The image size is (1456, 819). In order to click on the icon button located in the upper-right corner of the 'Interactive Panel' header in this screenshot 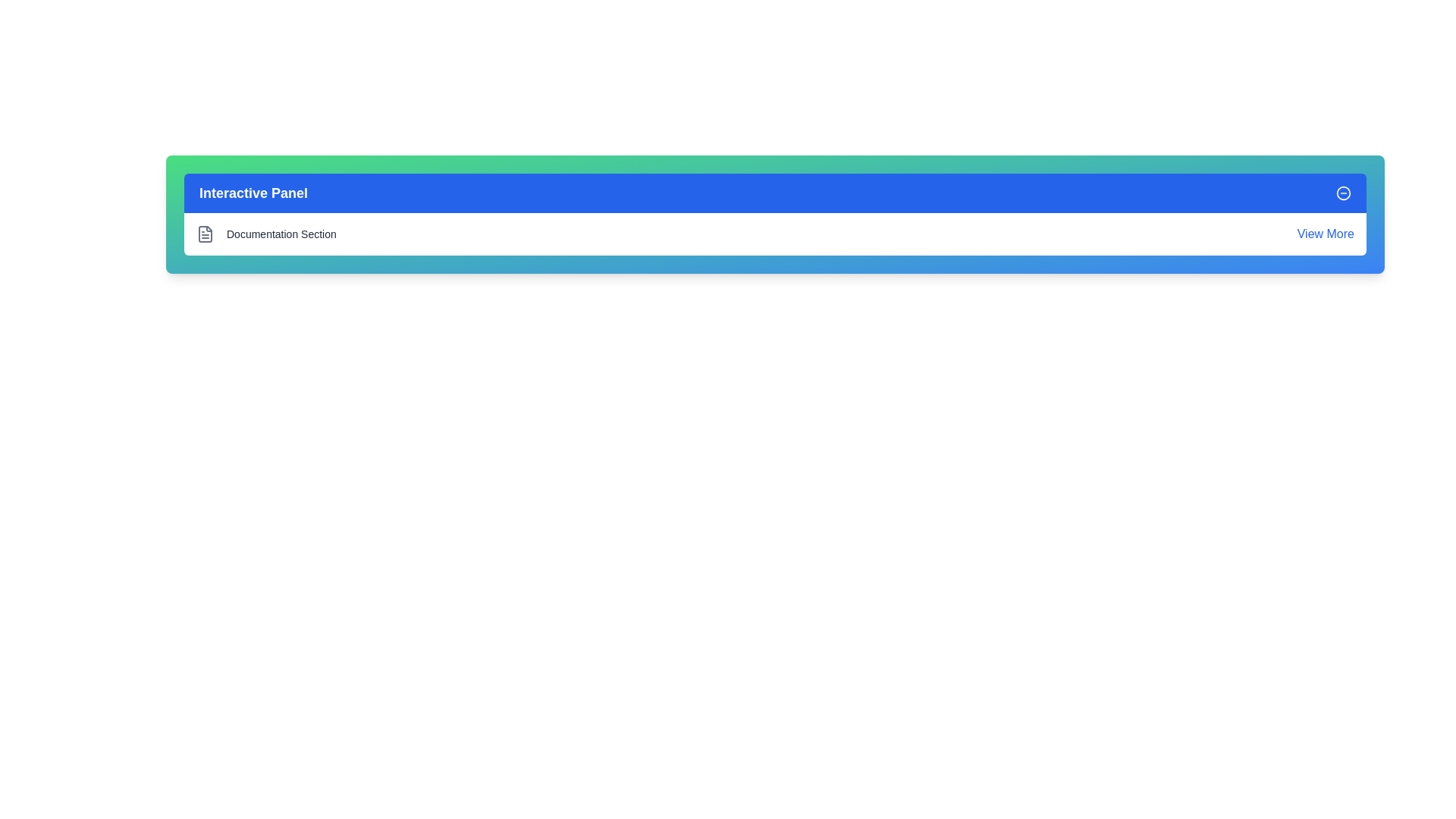, I will do `click(1343, 192)`.